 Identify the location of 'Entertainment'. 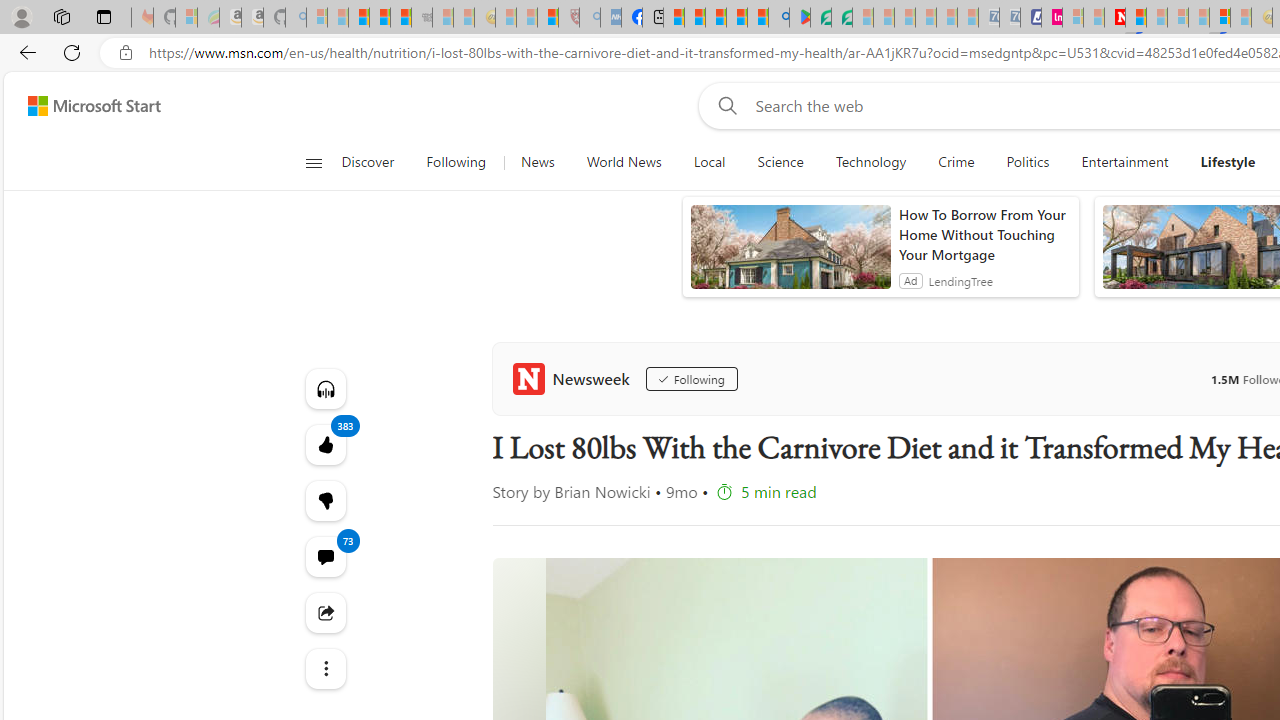
(1125, 162).